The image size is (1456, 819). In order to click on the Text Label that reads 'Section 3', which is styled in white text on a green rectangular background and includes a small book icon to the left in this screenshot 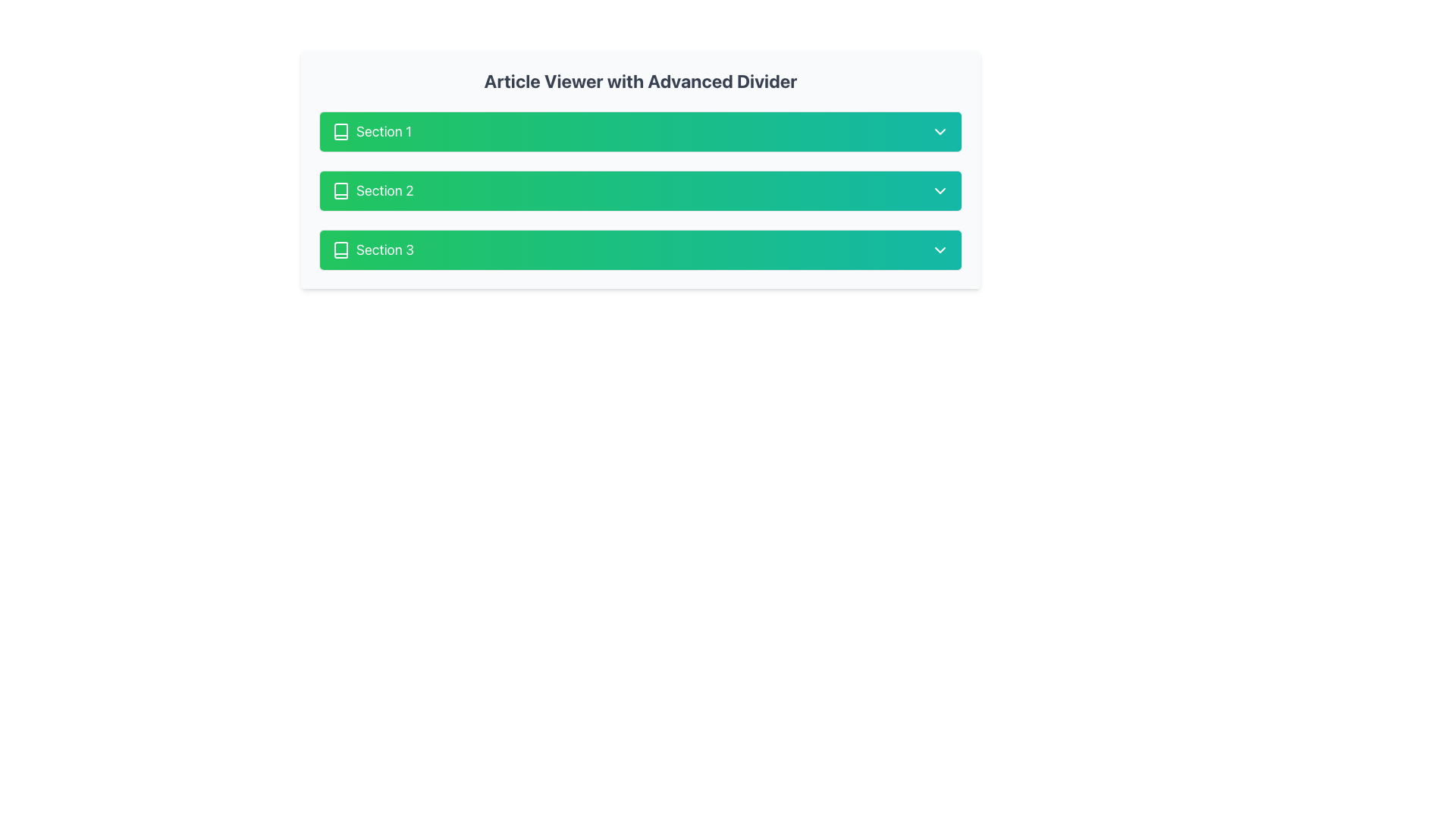, I will do `click(385, 249)`.